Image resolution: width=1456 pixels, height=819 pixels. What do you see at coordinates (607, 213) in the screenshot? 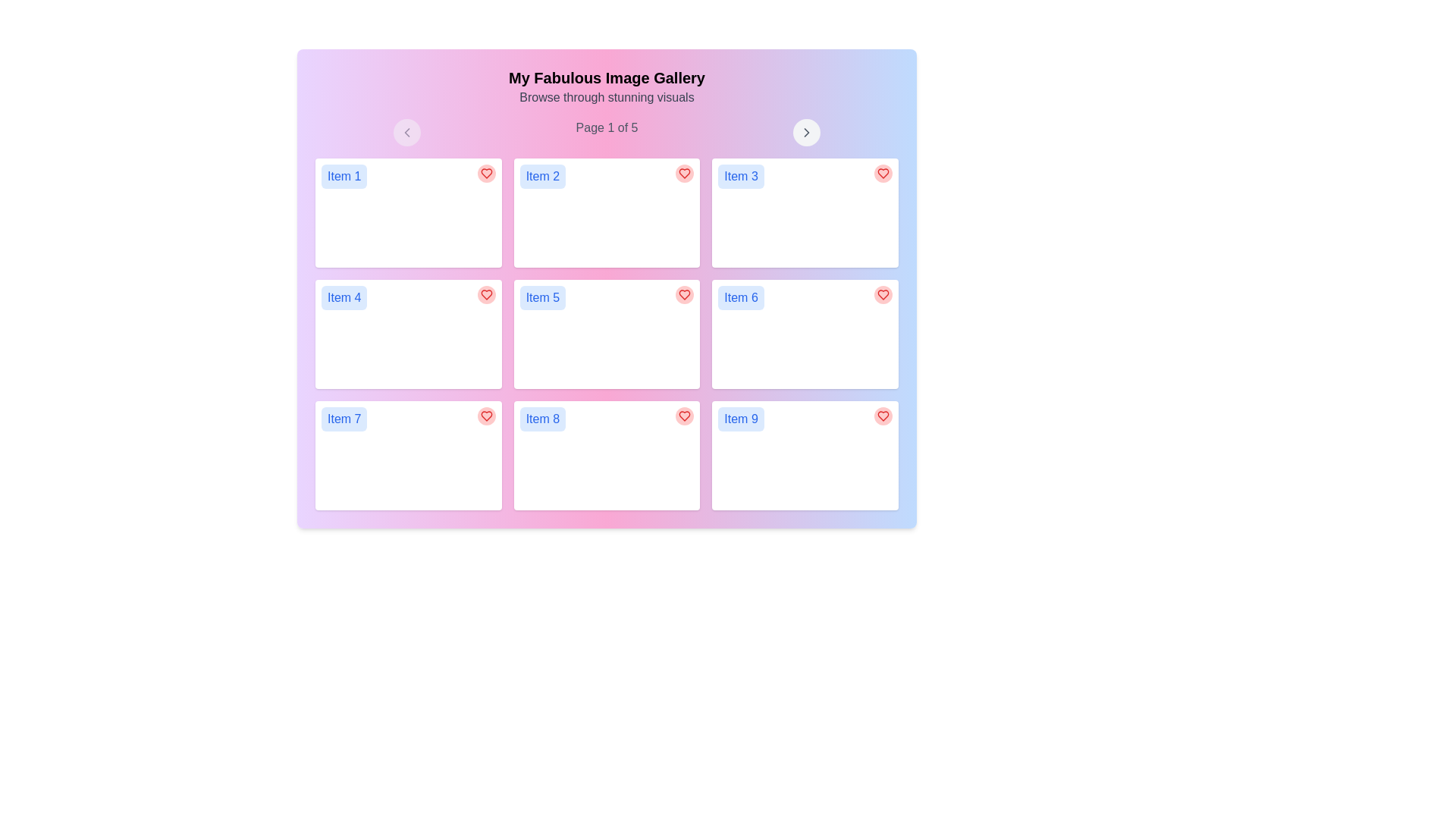
I see `the second card in a 3-column grid layout that has a white background and contains the text 'Item 2' with a blue background in the top-left corner and a circular red heart button in the top-right corner` at bounding box center [607, 213].